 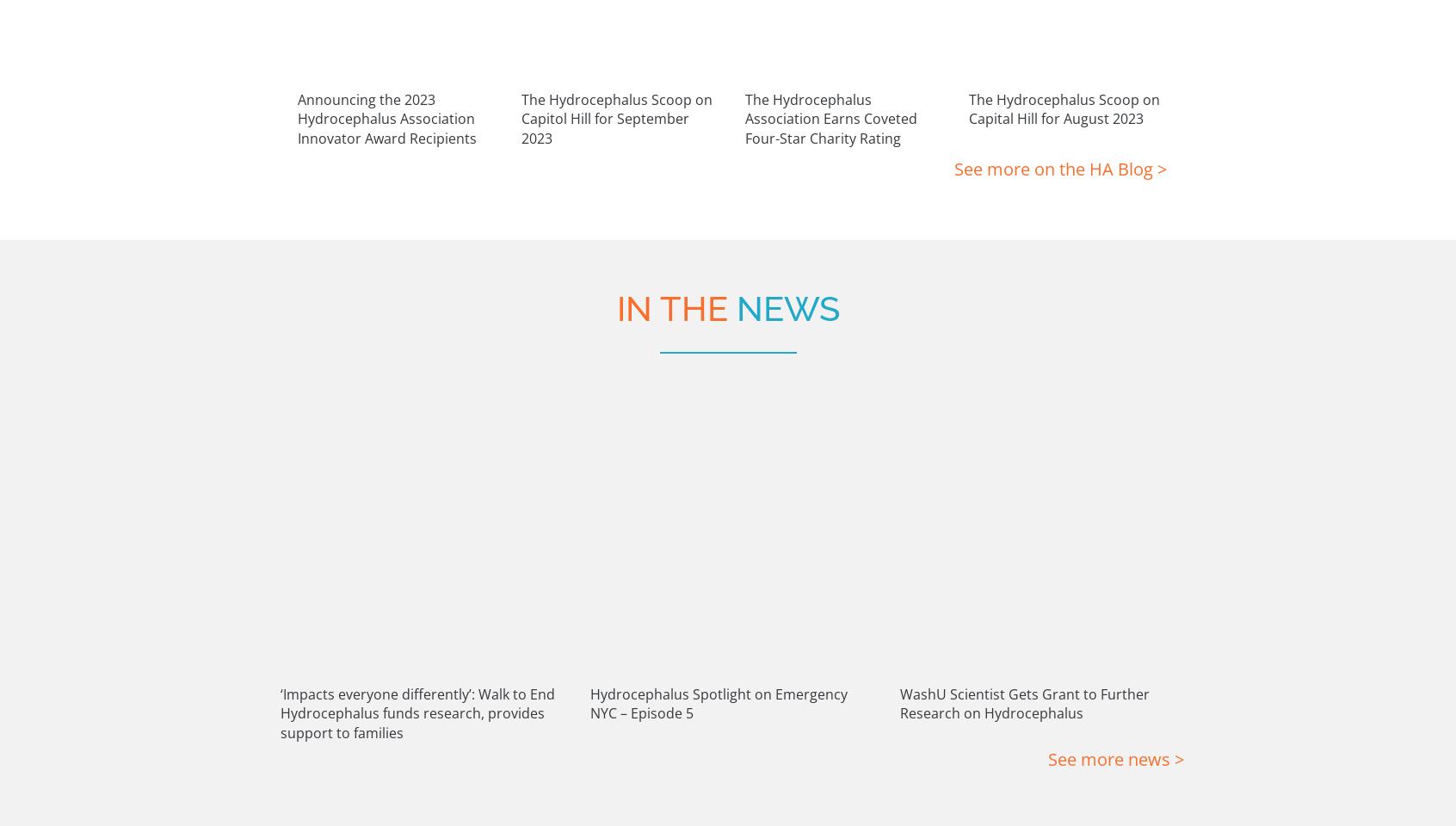 I want to click on '+', so click(x=435, y=765).